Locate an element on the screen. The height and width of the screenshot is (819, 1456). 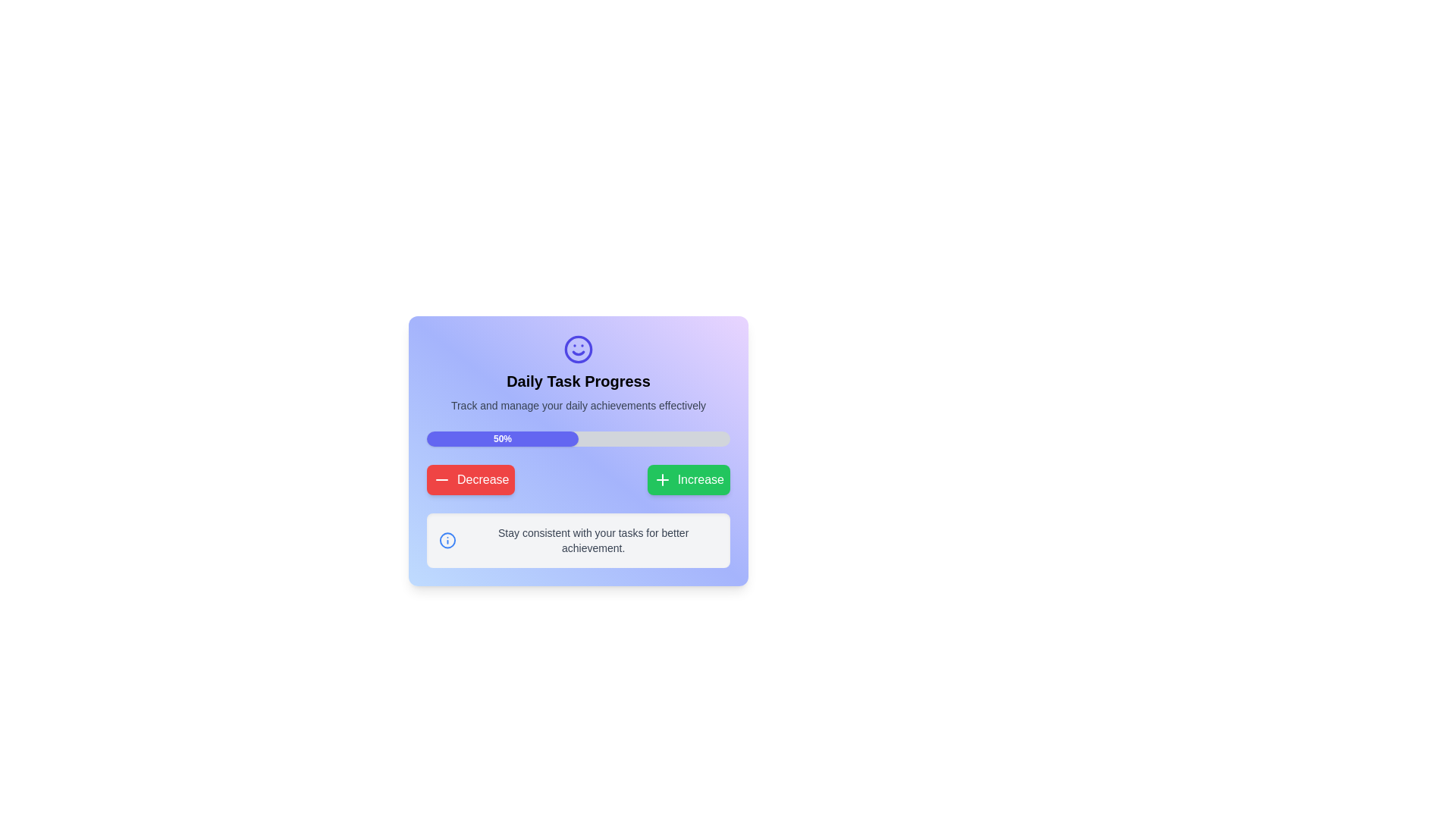
the decorative circle icon within the 'Daily Task Progress' section located at the top of the card-like UI component is located at coordinates (578, 350).